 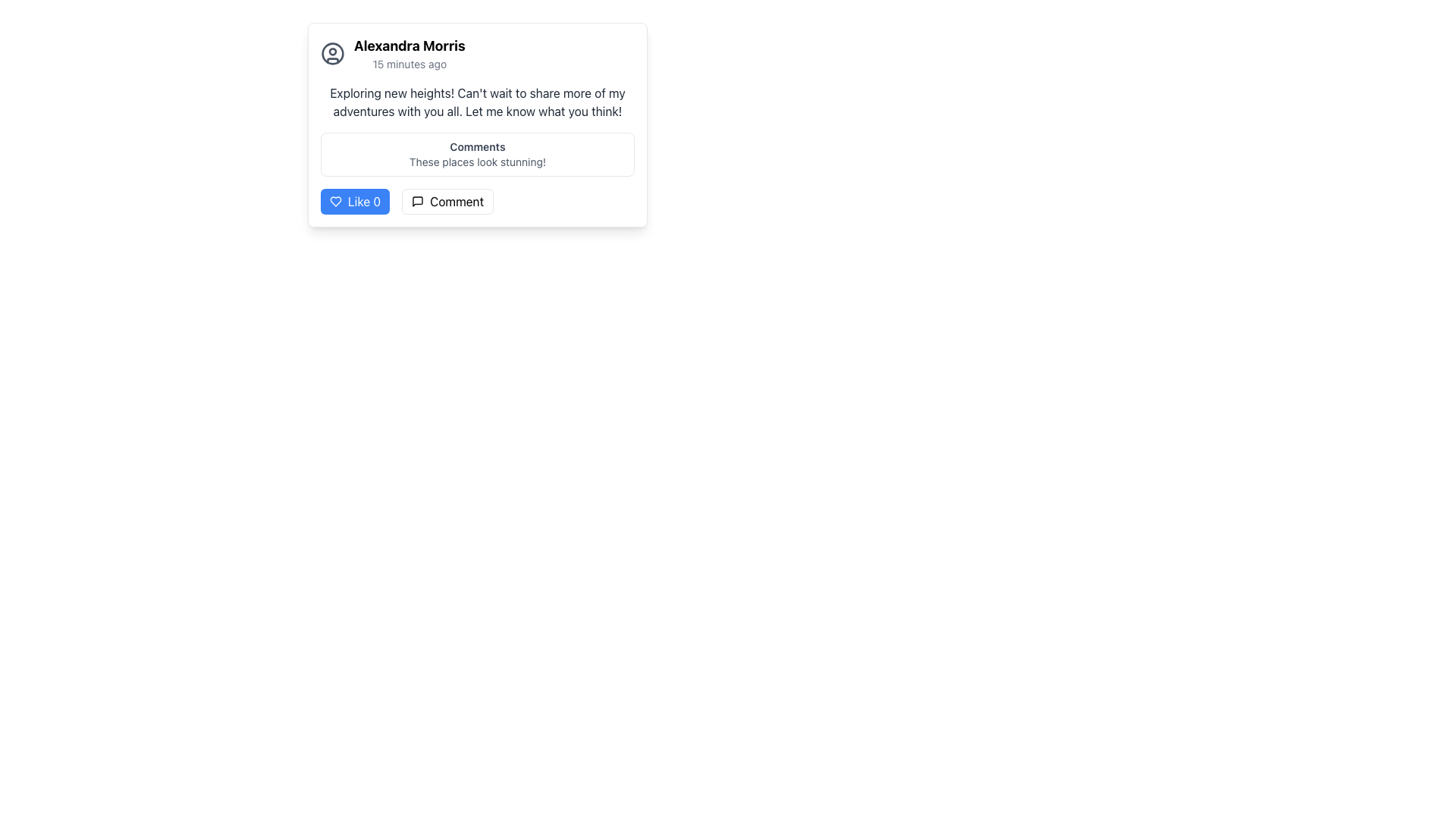 What do you see at coordinates (409, 52) in the screenshot?
I see `the Text Label that indicates the user's identity and provides a timestamp, positioned at the top-left corner of a rectangular card layout` at bounding box center [409, 52].